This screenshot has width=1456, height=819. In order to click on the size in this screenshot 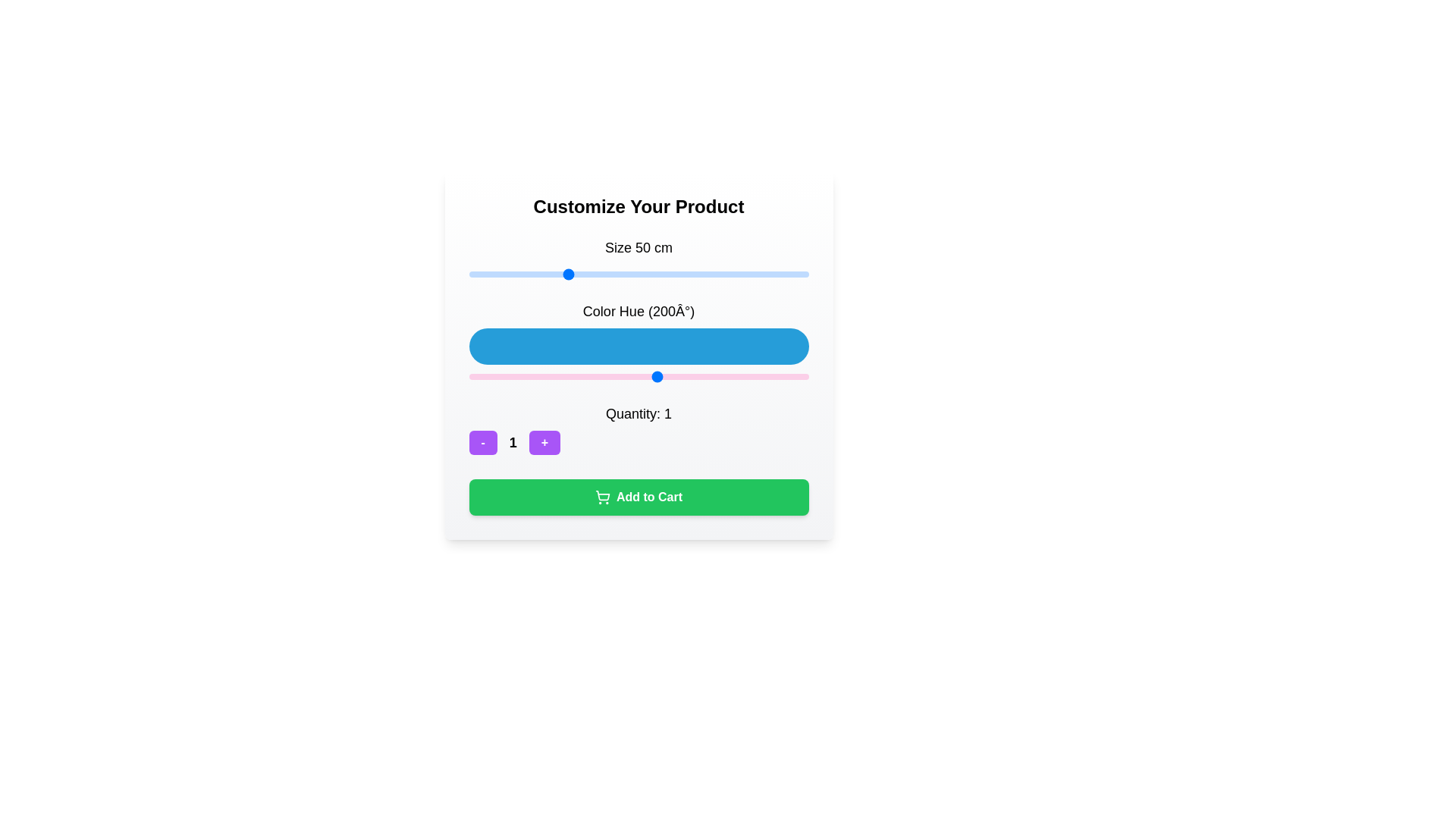, I will do `click(604, 275)`.